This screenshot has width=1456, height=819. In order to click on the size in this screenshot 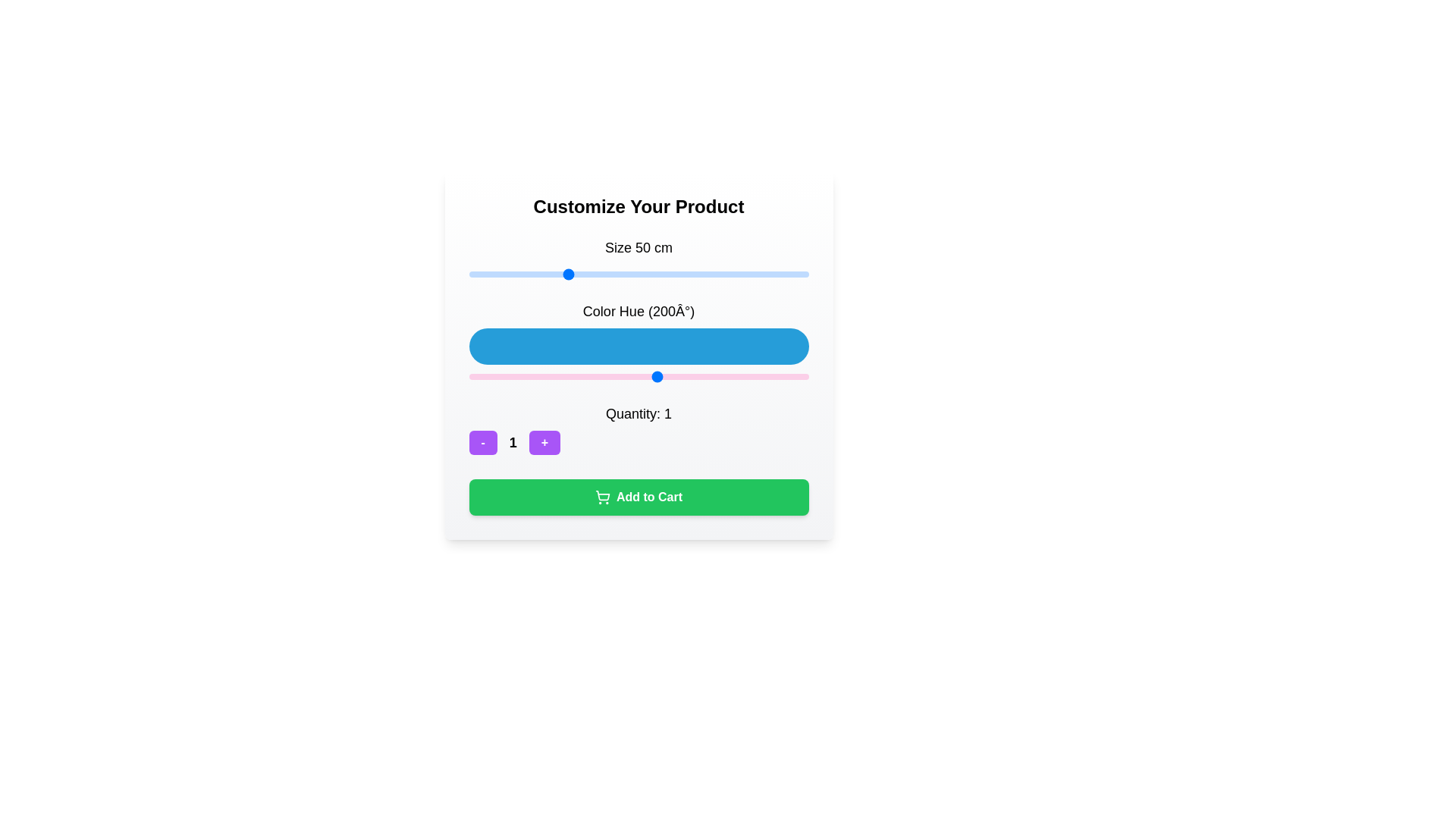, I will do `click(604, 275)`.